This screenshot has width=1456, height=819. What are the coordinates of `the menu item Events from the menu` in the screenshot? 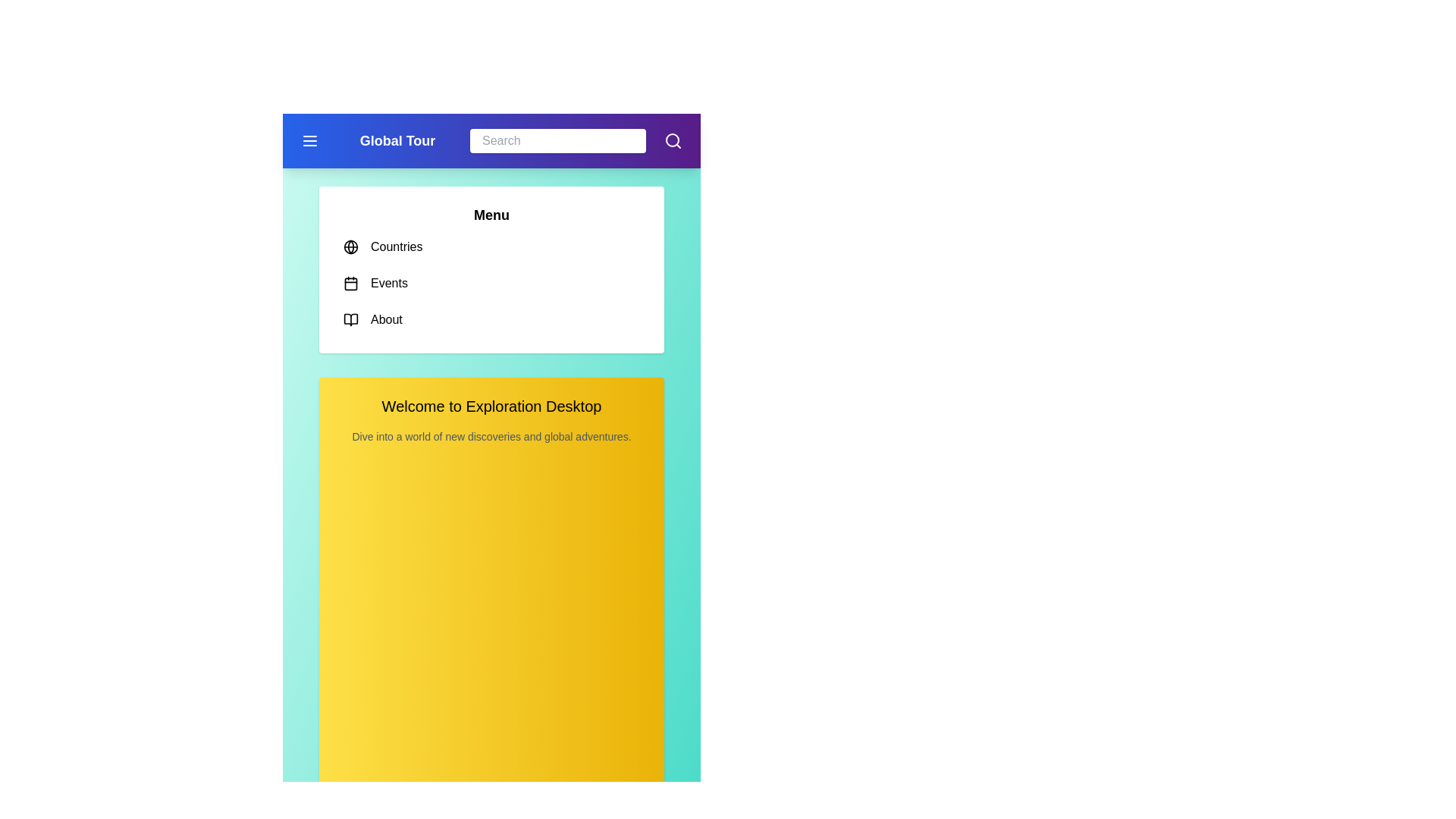 It's located at (491, 284).